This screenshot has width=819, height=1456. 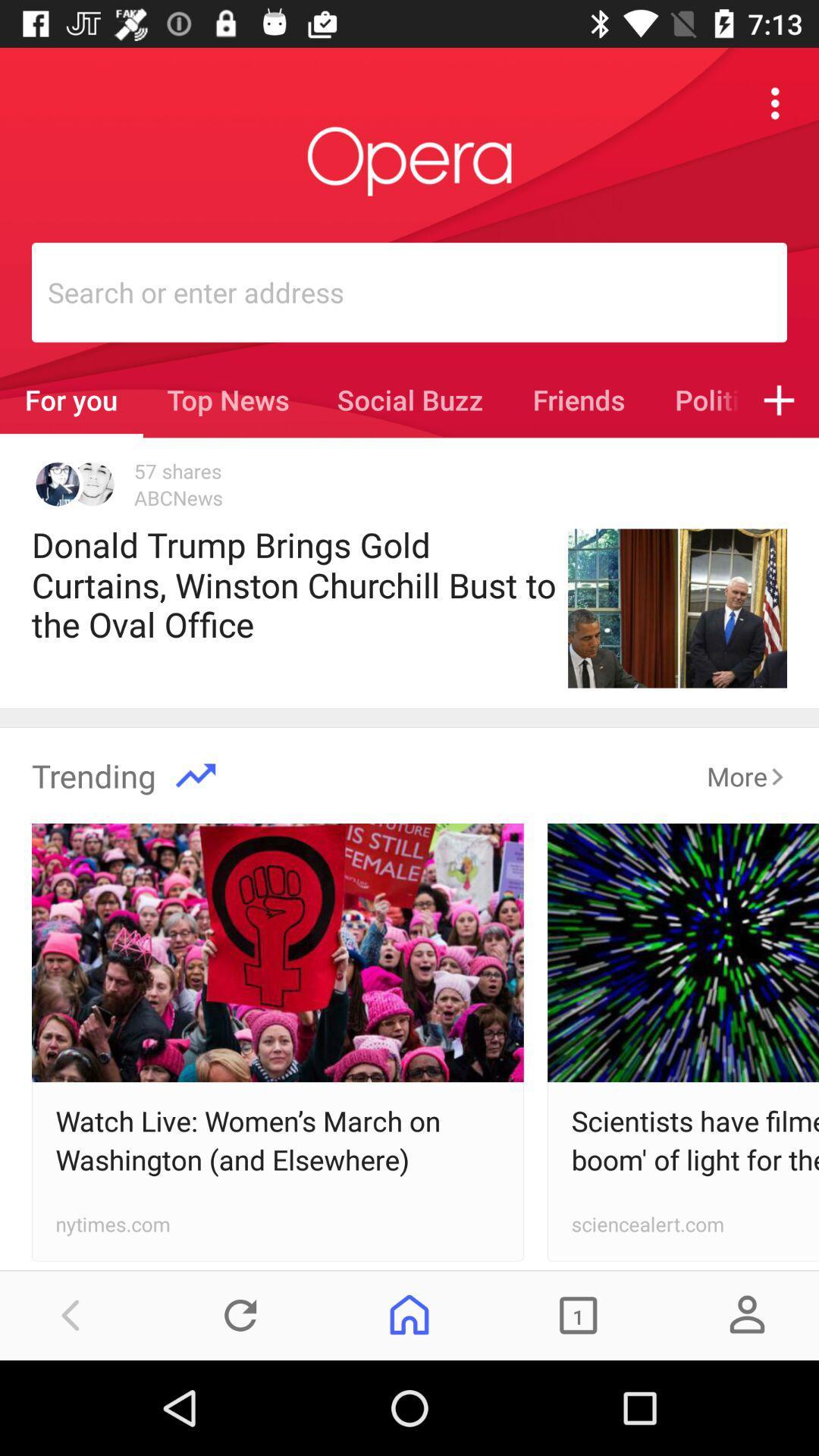 What do you see at coordinates (746, 1314) in the screenshot?
I see `the profile icon at the bottom` at bounding box center [746, 1314].